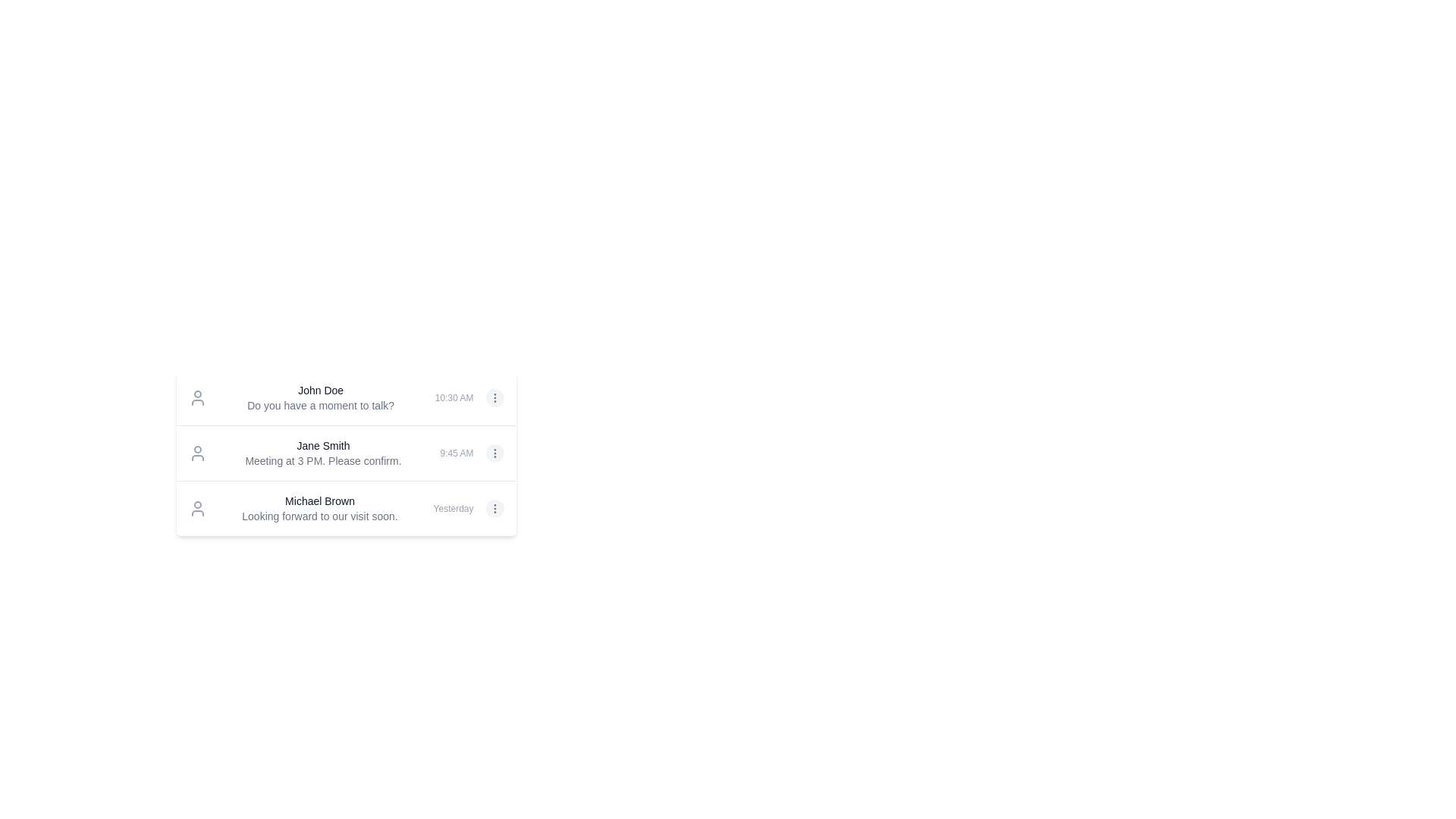  I want to click on the second message list item displaying 'Jane Smith', so click(345, 434).